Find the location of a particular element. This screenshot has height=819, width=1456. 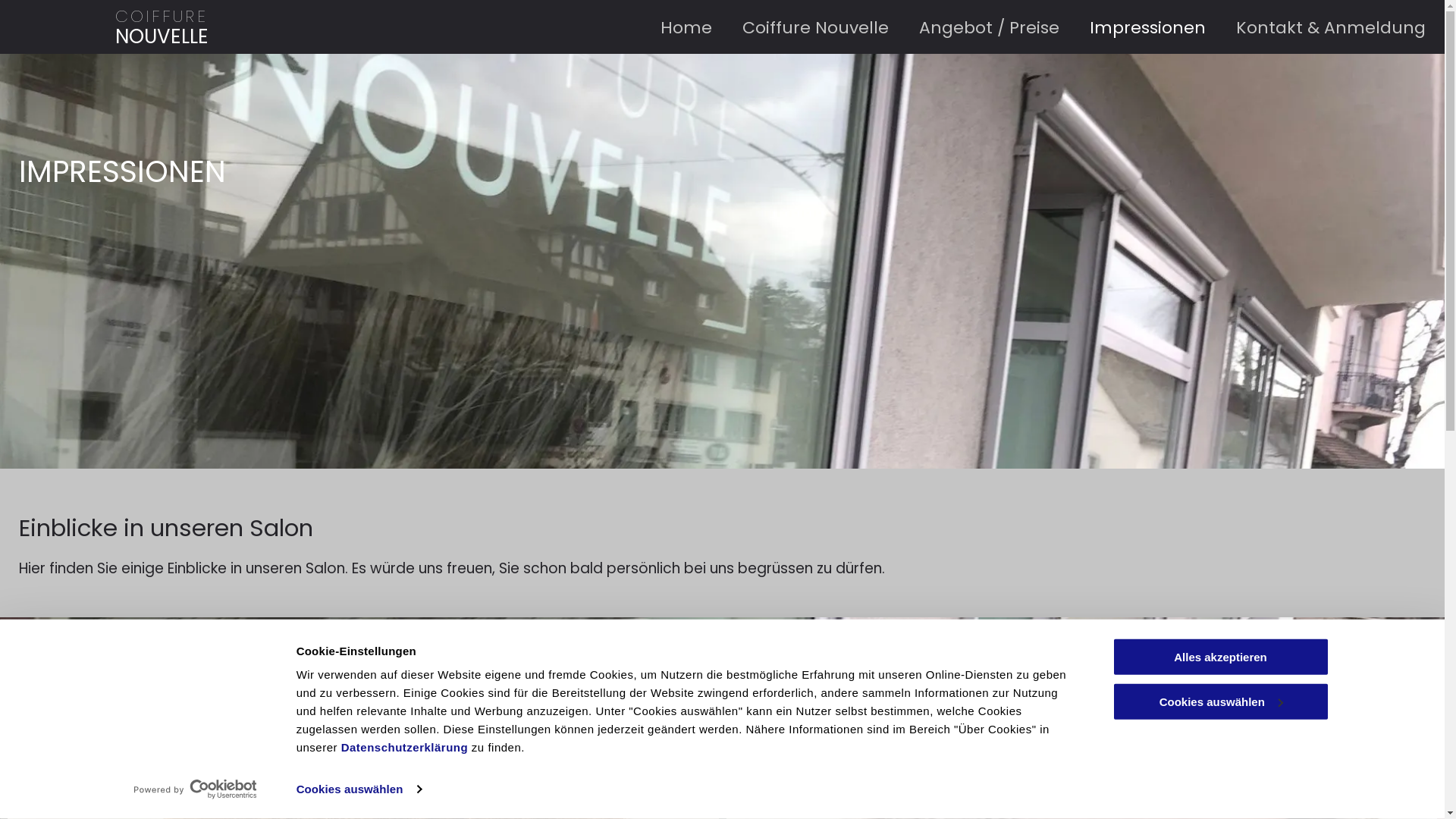

'Coiffure Nouvelle' is located at coordinates (799, 26).